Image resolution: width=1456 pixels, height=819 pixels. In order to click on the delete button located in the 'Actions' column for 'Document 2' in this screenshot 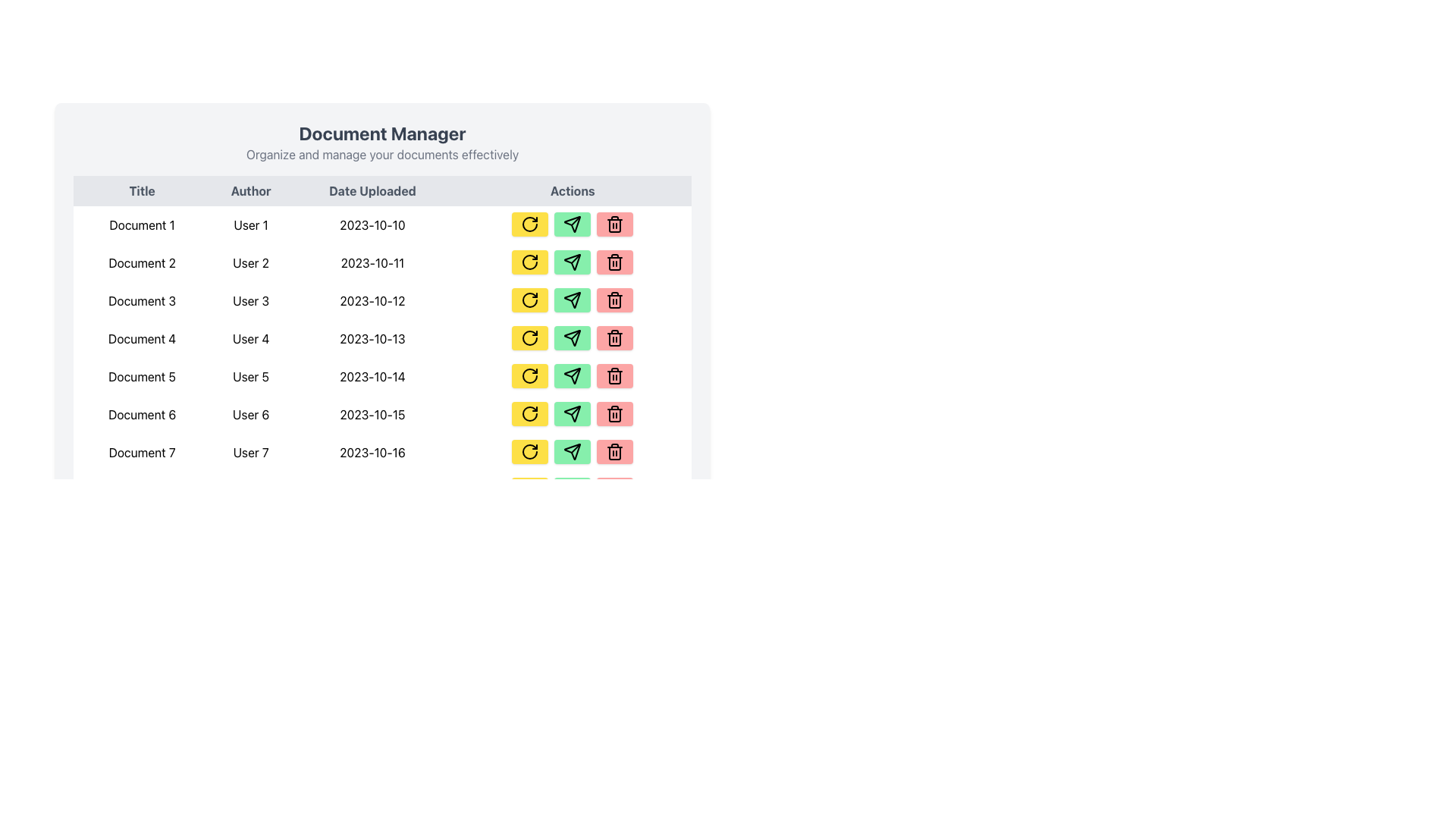, I will do `click(615, 262)`.